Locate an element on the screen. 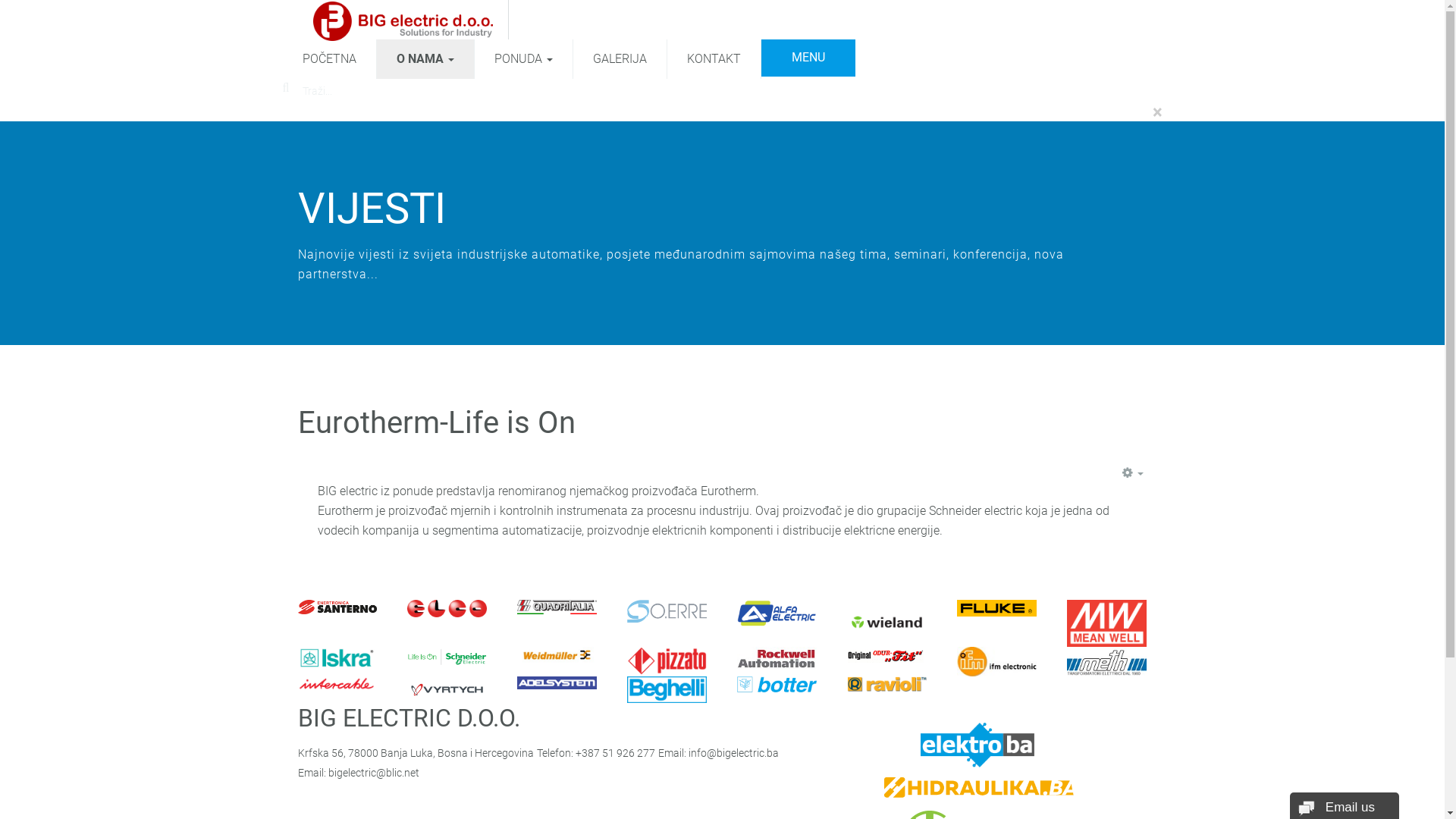 Image resolution: width=1456 pixels, height=819 pixels. 'Ravioli' is located at coordinates (846, 684).